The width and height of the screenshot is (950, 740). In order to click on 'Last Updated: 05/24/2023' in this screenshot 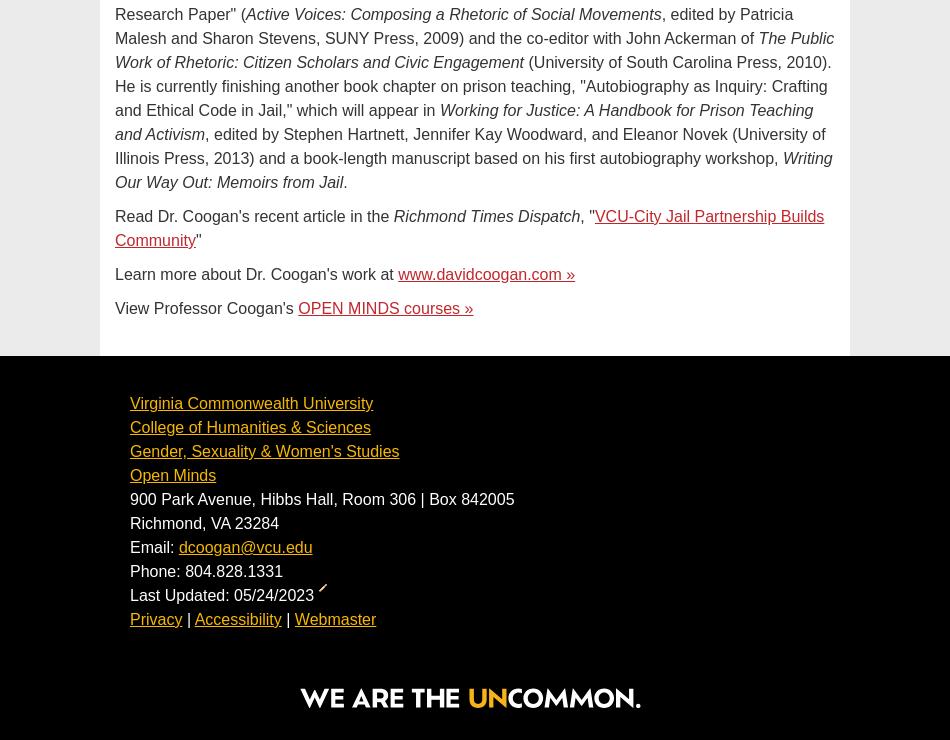, I will do `click(224, 595)`.